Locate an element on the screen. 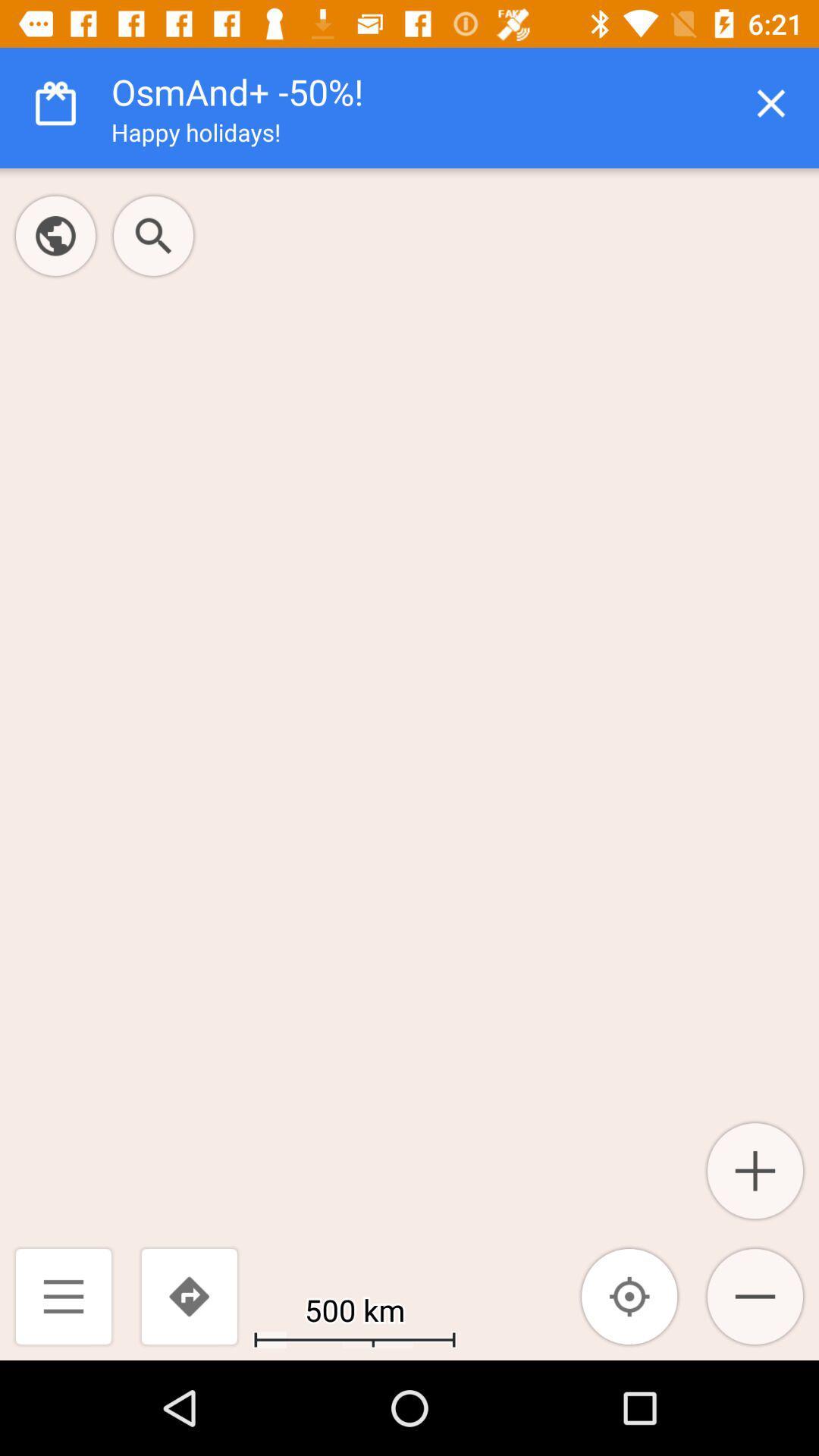 This screenshot has width=819, height=1456. icon to the right of 500 km is located at coordinates (629, 1295).